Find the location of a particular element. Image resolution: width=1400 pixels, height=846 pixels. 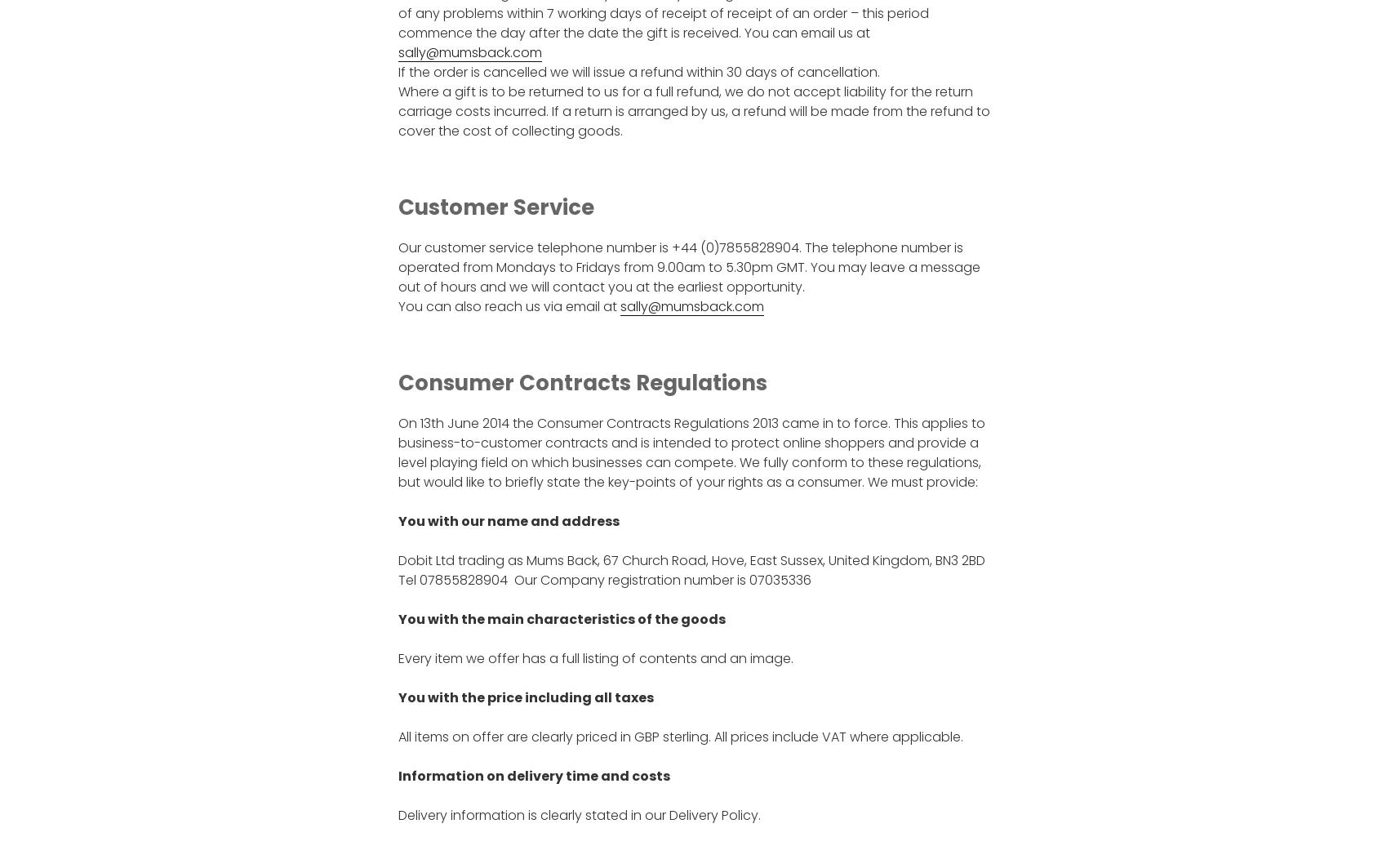

'Delivery information is clearly stated in our Delivery Policy.' is located at coordinates (578, 815).